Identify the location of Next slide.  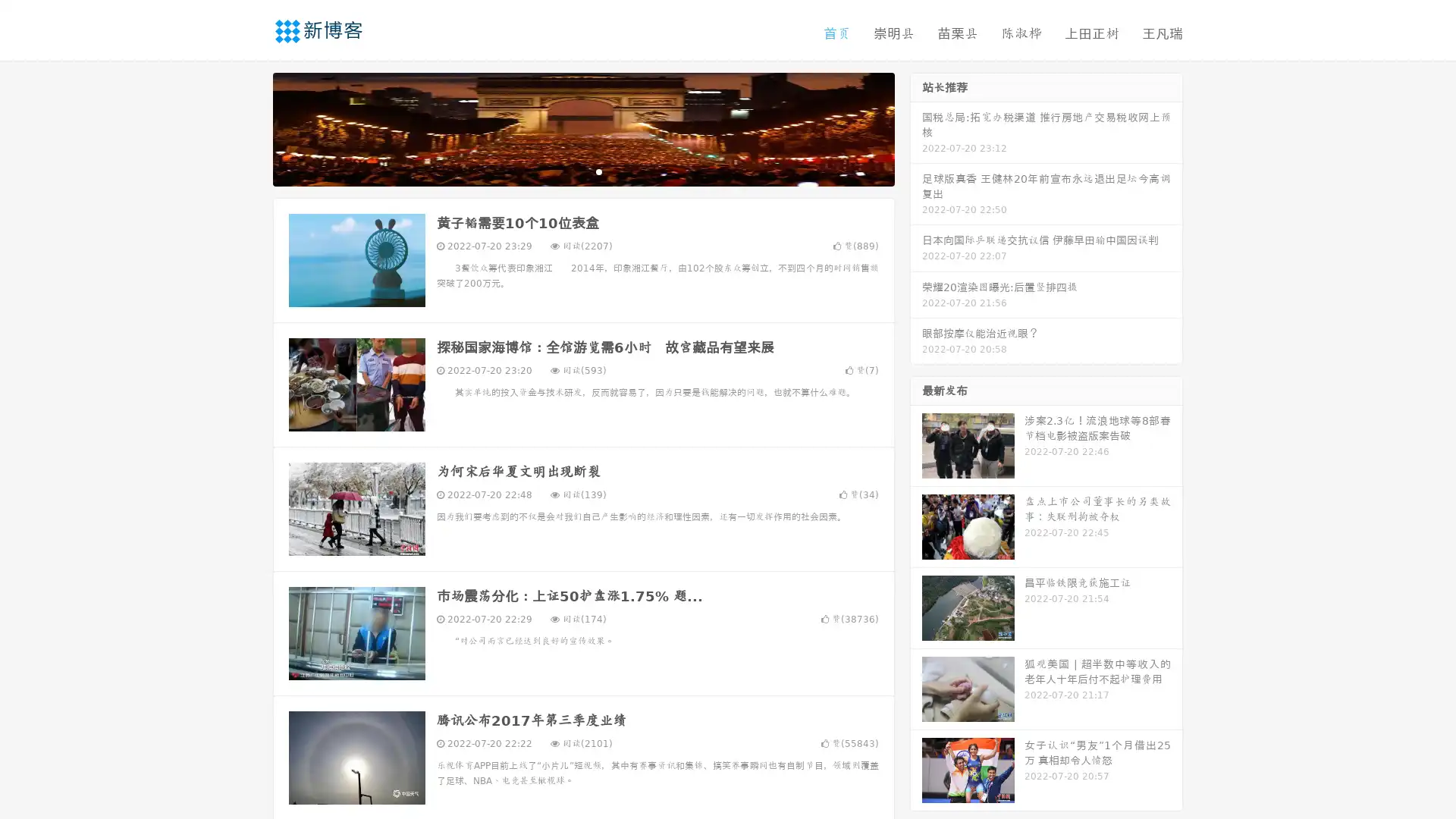
(916, 127).